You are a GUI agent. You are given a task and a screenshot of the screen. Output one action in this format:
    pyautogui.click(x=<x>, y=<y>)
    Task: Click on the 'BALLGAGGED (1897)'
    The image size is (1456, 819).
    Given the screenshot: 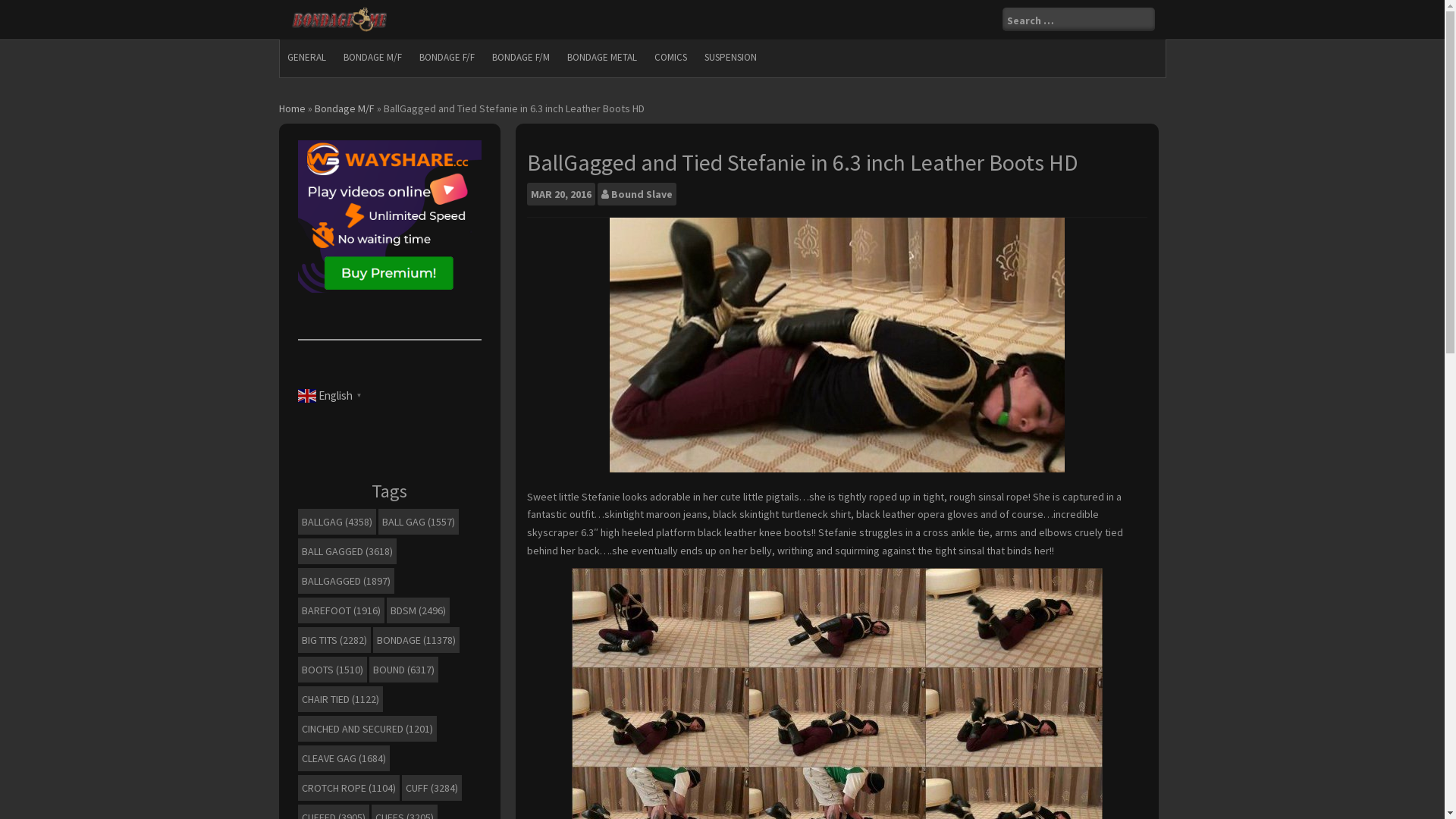 What is the action you would take?
    pyautogui.click(x=344, y=580)
    